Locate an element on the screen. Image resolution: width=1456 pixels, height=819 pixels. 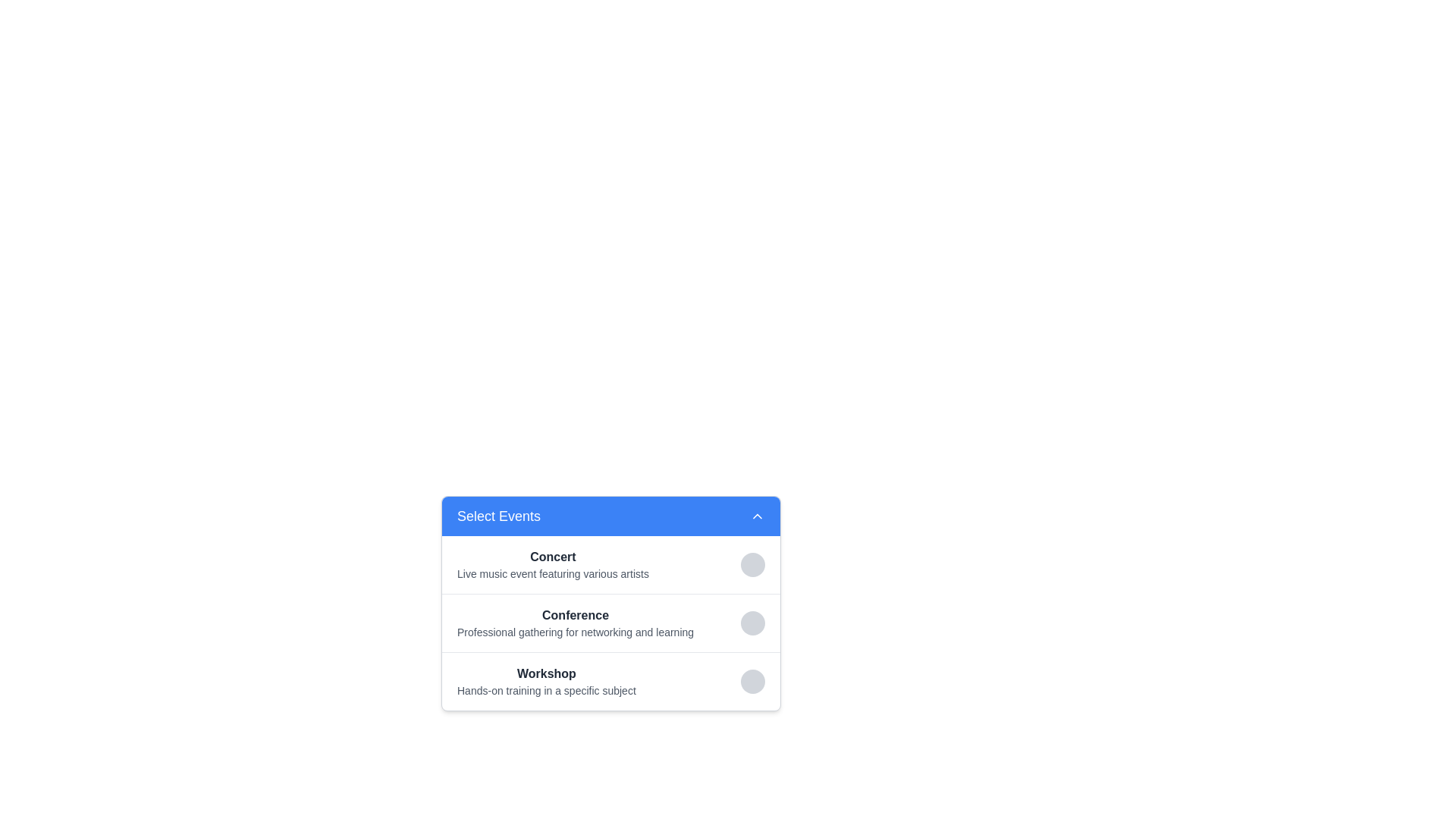
the text label that reads 'Professional gathering for networking and learning', which is styled in gray and located directly below the bold title 'Conference' within the 'Select Events' dropdown section is located at coordinates (574, 632).